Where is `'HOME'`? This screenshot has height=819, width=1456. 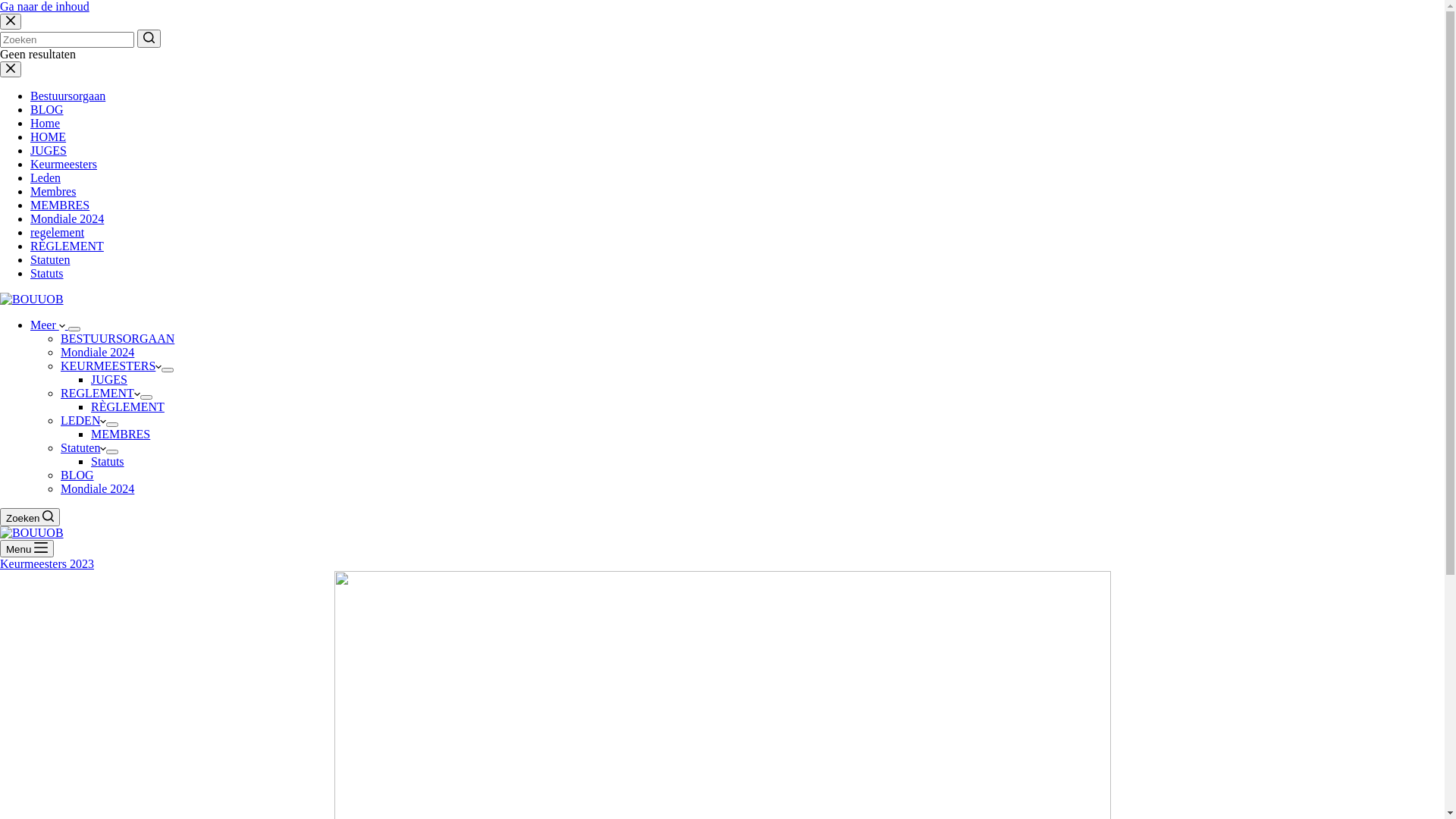 'HOME' is located at coordinates (30, 136).